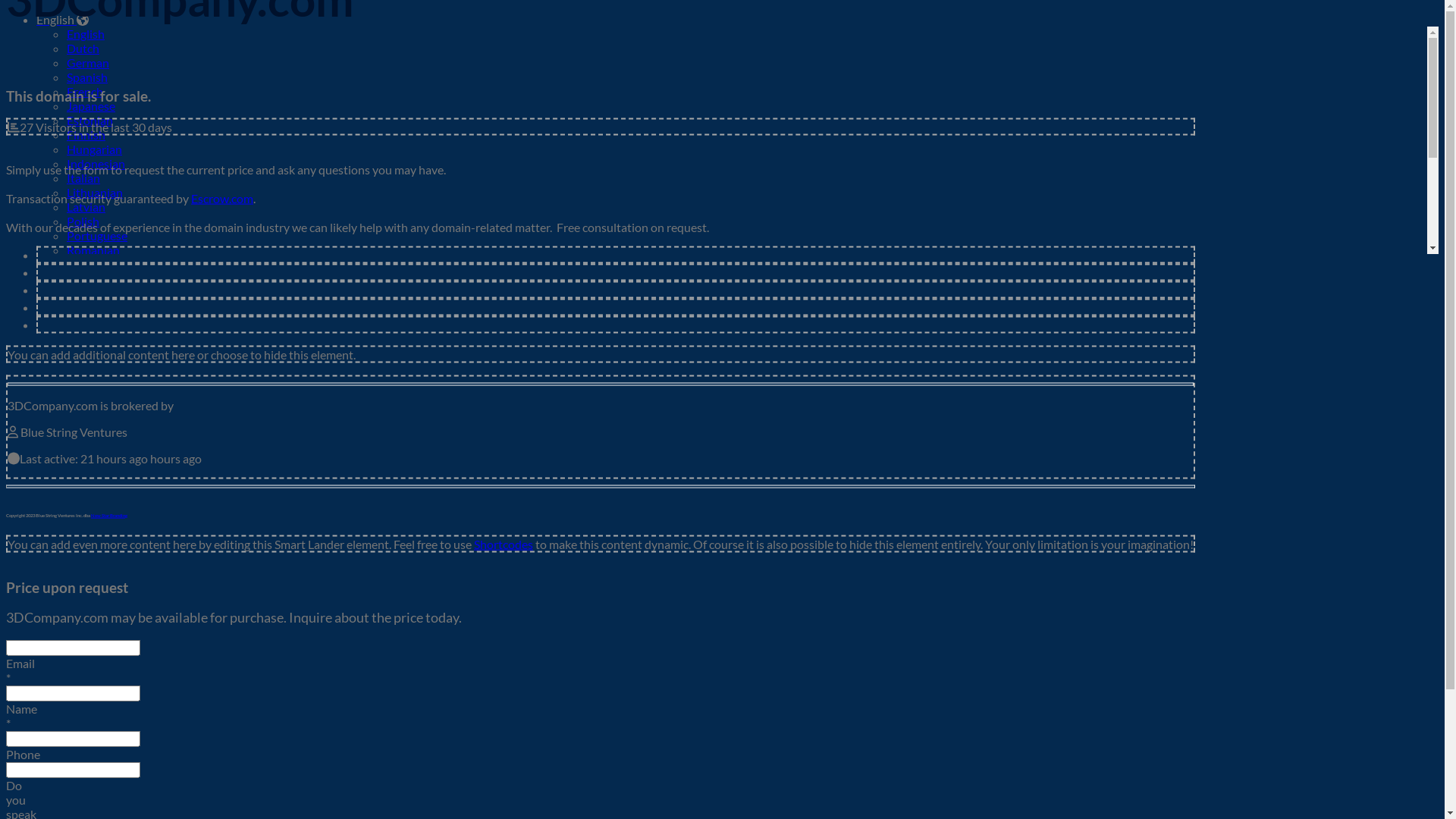 The image size is (1456, 819). Describe the element at coordinates (83, 177) in the screenshot. I see `'Italian'` at that location.